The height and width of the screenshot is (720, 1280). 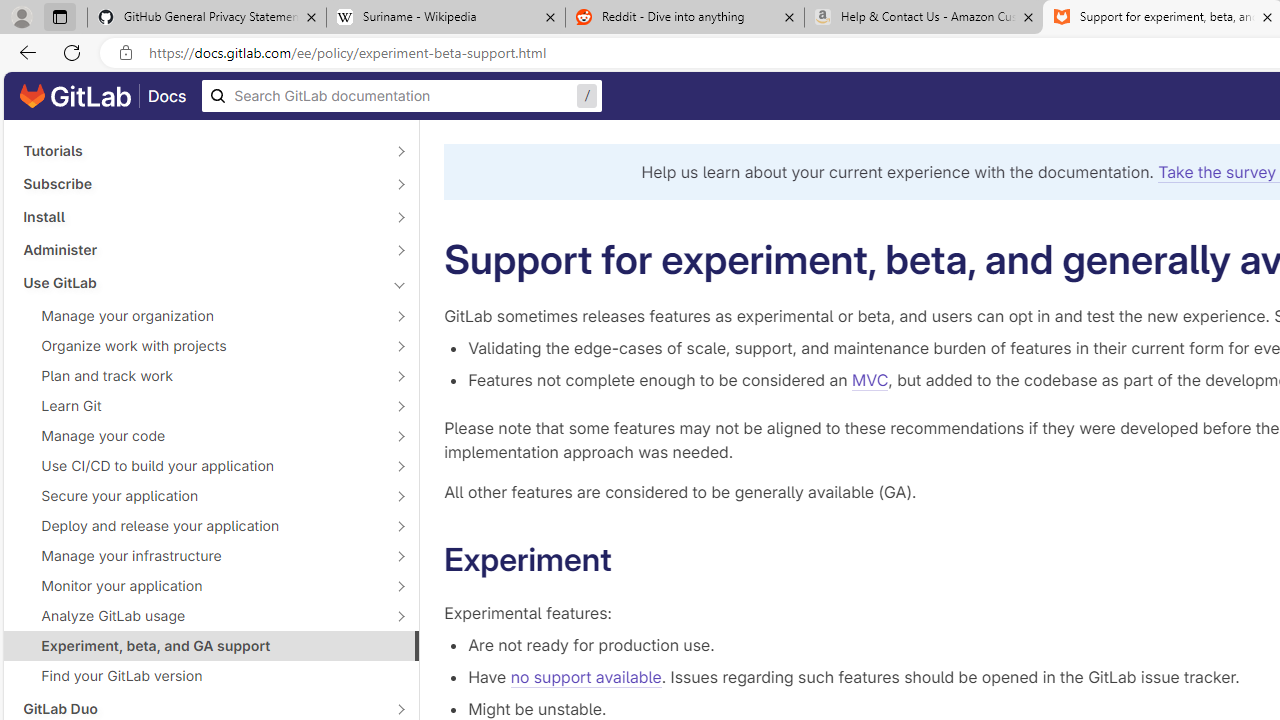 I want to click on 'Secure your application', so click(x=200, y=495).